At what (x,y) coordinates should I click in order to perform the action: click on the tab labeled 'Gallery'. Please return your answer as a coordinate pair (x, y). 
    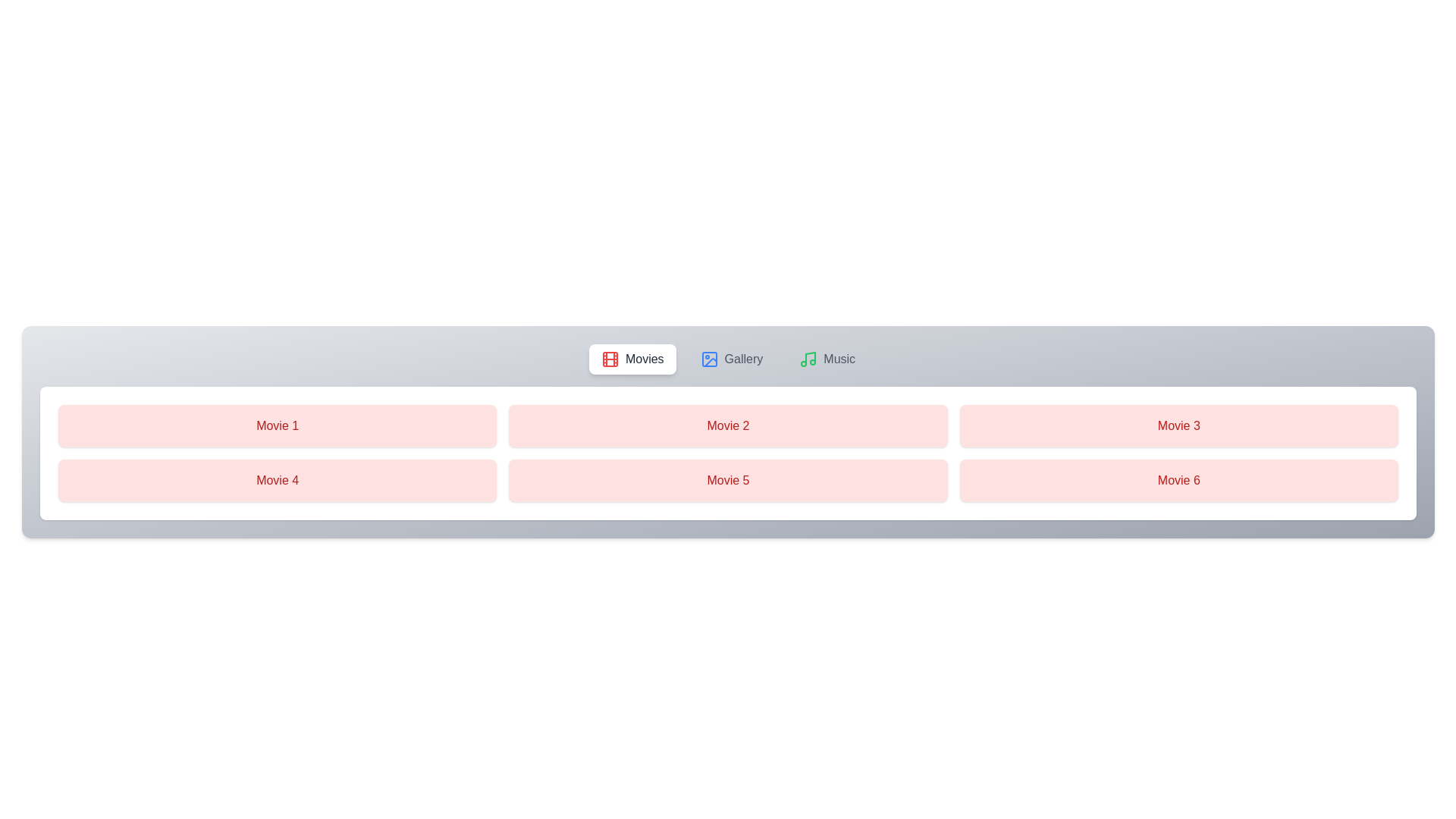
    Looking at the image, I should click on (731, 359).